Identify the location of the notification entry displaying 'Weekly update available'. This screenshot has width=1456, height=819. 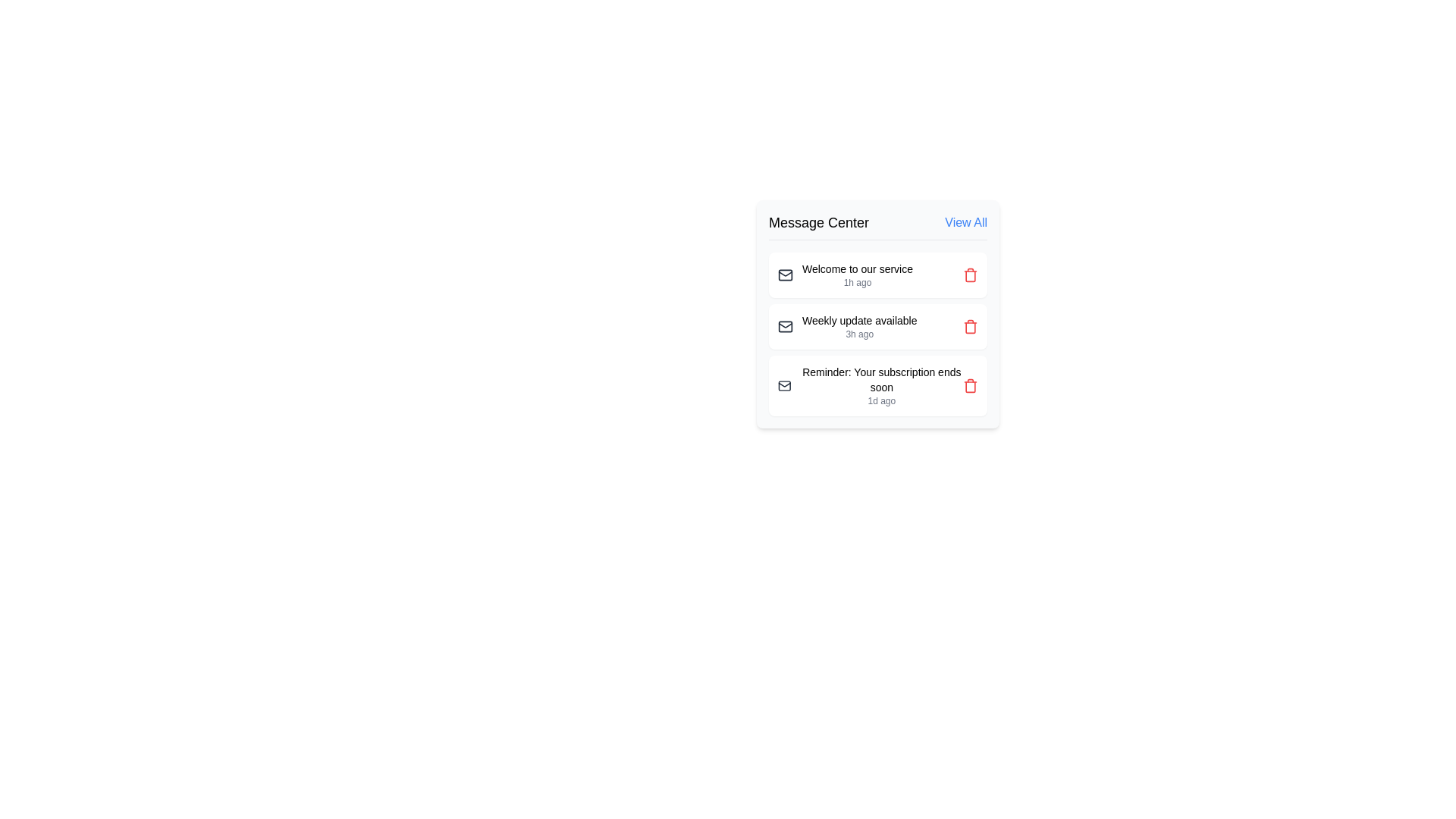
(859, 326).